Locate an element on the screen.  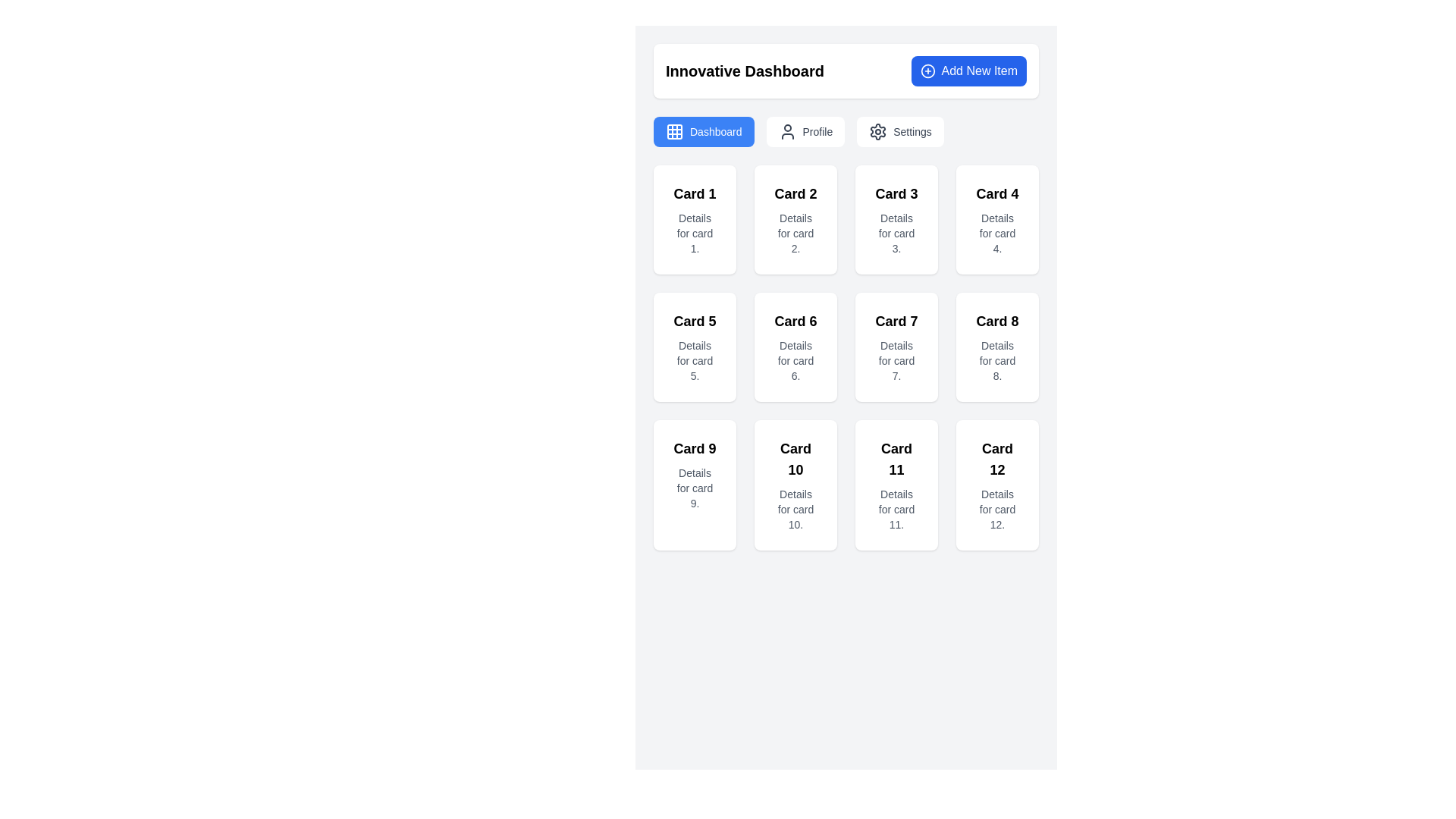
the text element displaying 'Details for card 2.' located below the heading 'Card 2' in the second card of a 4-column grid layout is located at coordinates (795, 234).